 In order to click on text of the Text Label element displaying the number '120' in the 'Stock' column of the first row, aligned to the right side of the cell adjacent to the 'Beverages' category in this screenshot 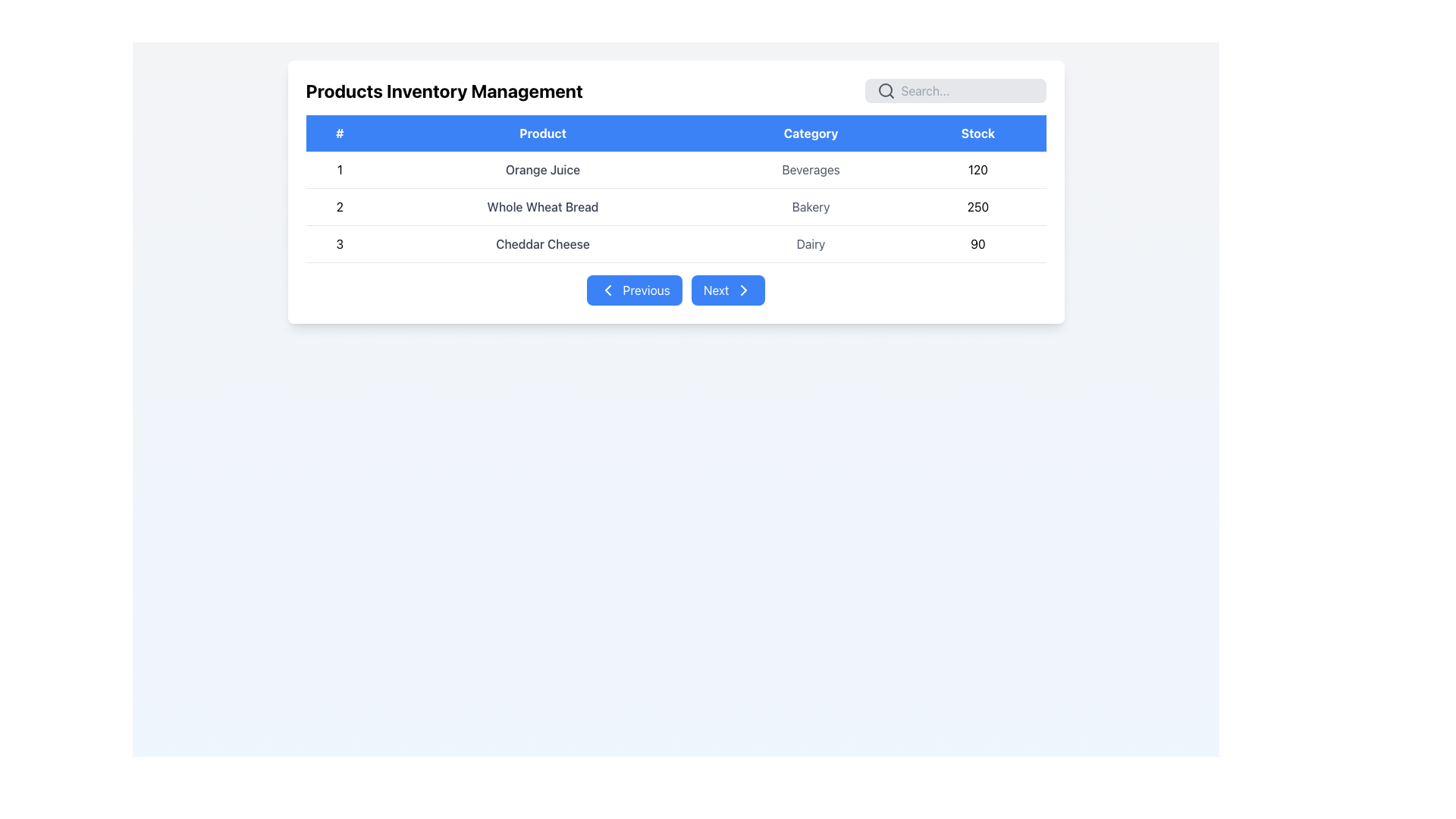, I will do `click(977, 170)`.